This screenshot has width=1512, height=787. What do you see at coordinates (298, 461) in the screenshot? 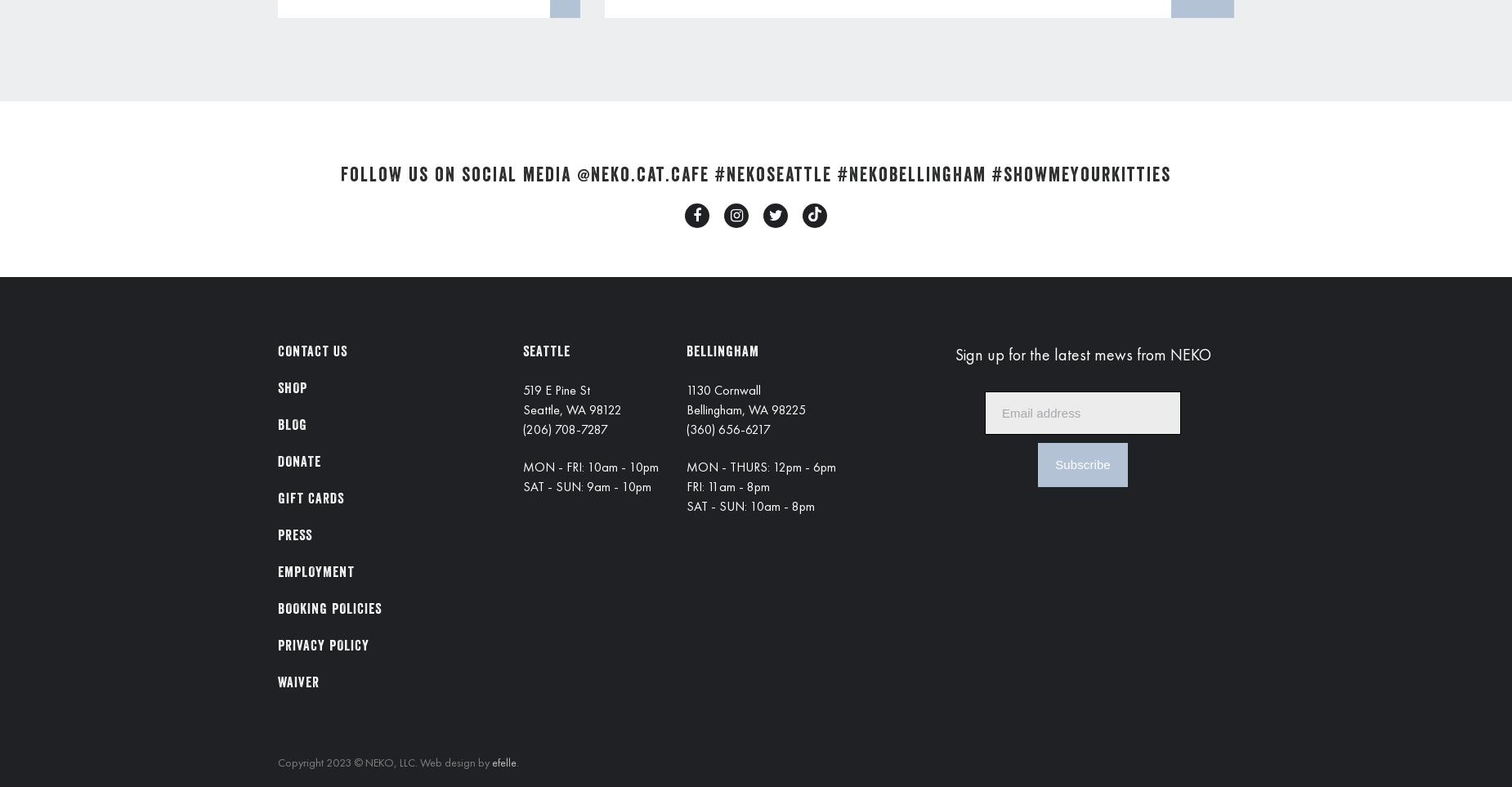
I see `'Donate'` at bounding box center [298, 461].